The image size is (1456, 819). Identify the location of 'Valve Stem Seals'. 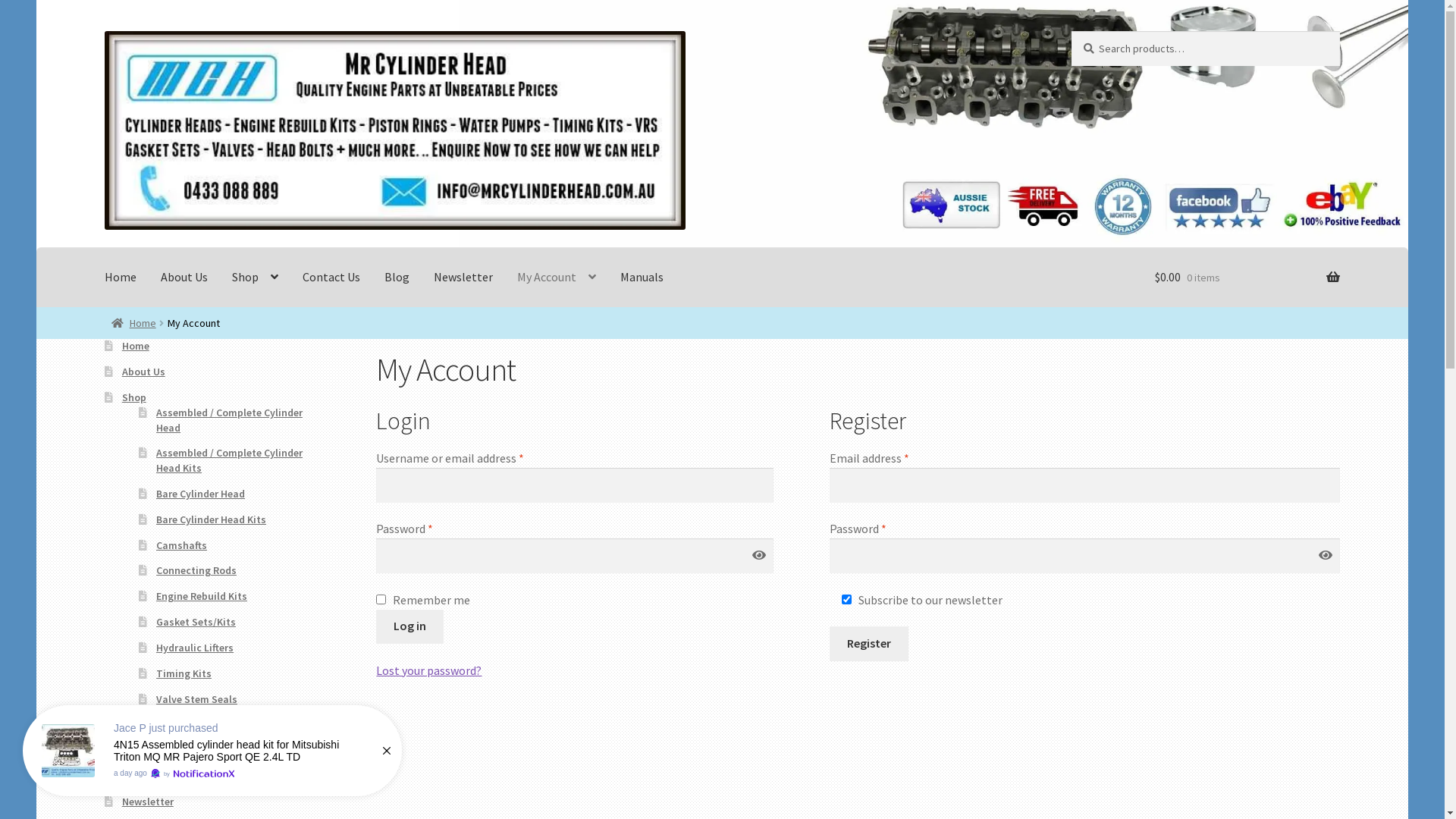
(196, 698).